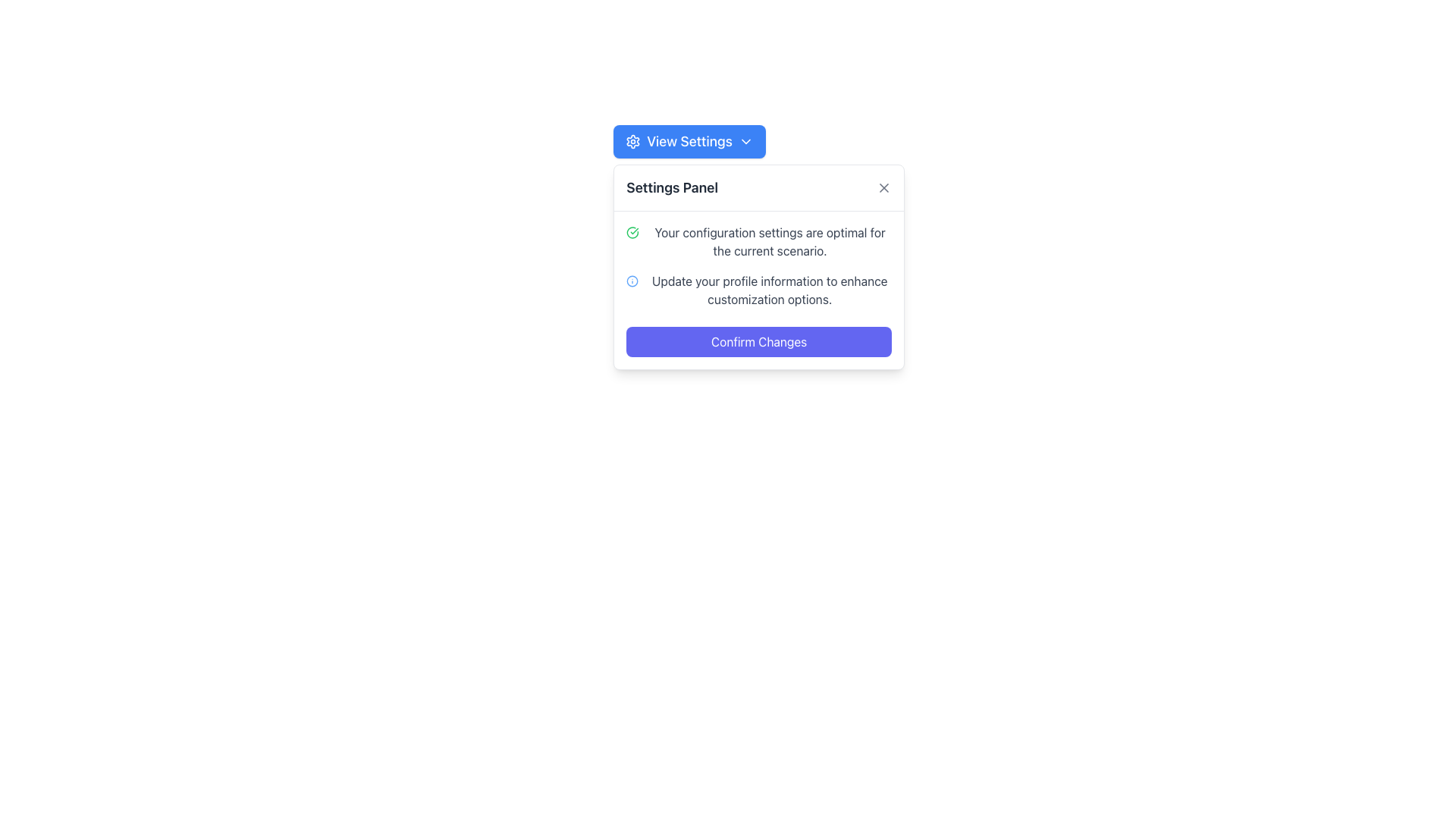 This screenshot has width=1456, height=819. What do you see at coordinates (633, 141) in the screenshot?
I see `the gear-like icon with a blue background and white border located on the left end of the 'View Settings' button` at bounding box center [633, 141].